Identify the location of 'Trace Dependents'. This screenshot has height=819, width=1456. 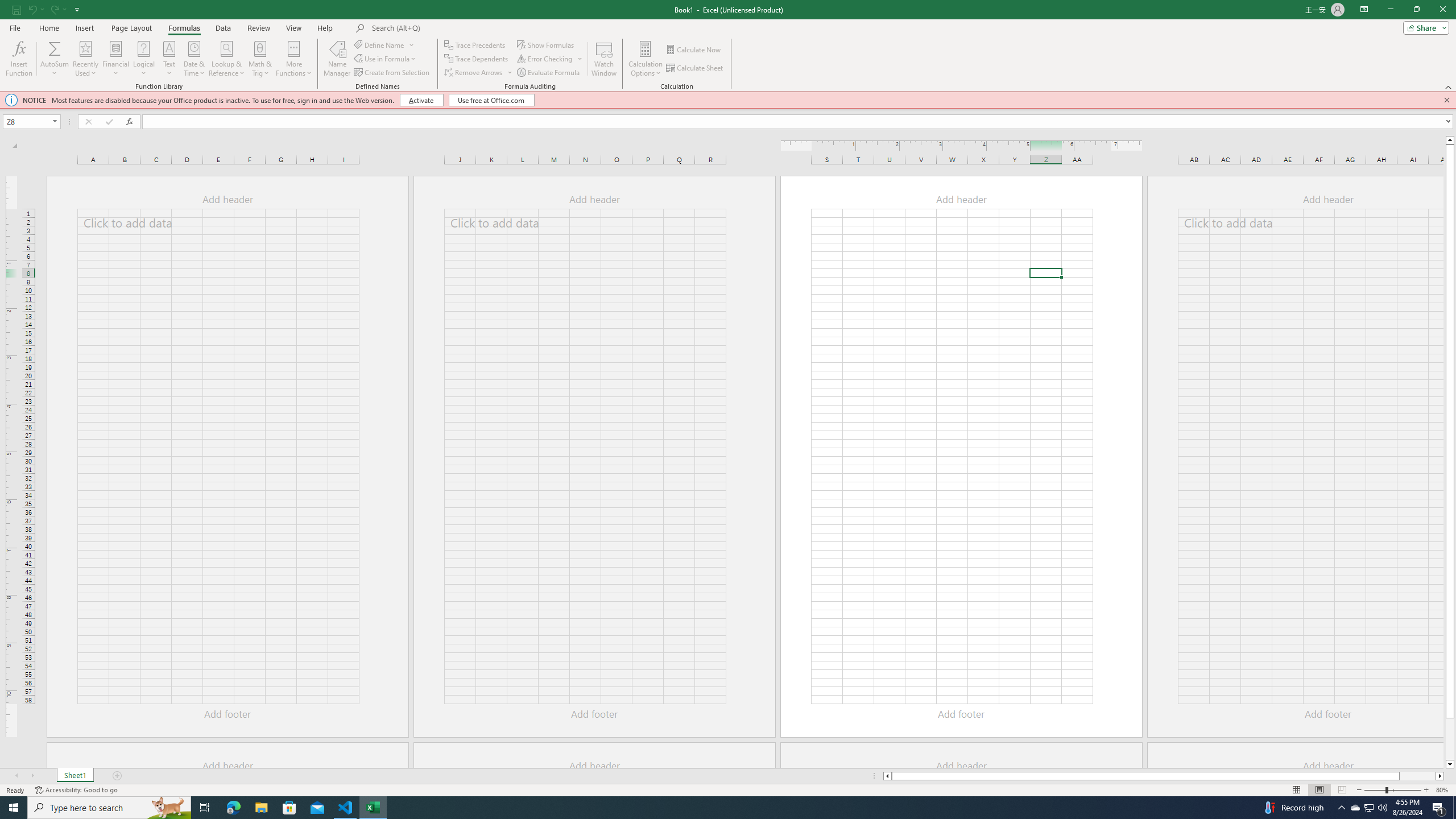
(477, 59).